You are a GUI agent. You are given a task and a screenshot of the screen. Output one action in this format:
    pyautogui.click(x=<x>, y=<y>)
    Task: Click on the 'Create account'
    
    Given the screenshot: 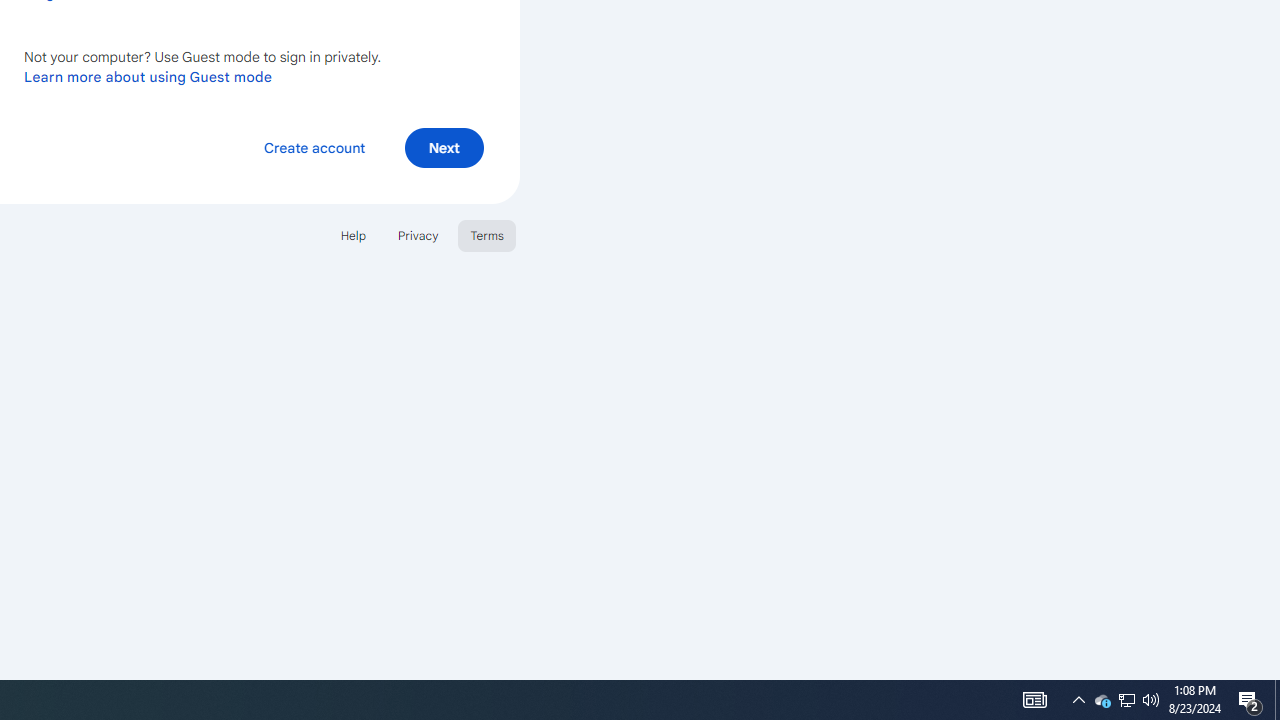 What is the action you would take?
    pyautogui.click(x=313, y=146)
    